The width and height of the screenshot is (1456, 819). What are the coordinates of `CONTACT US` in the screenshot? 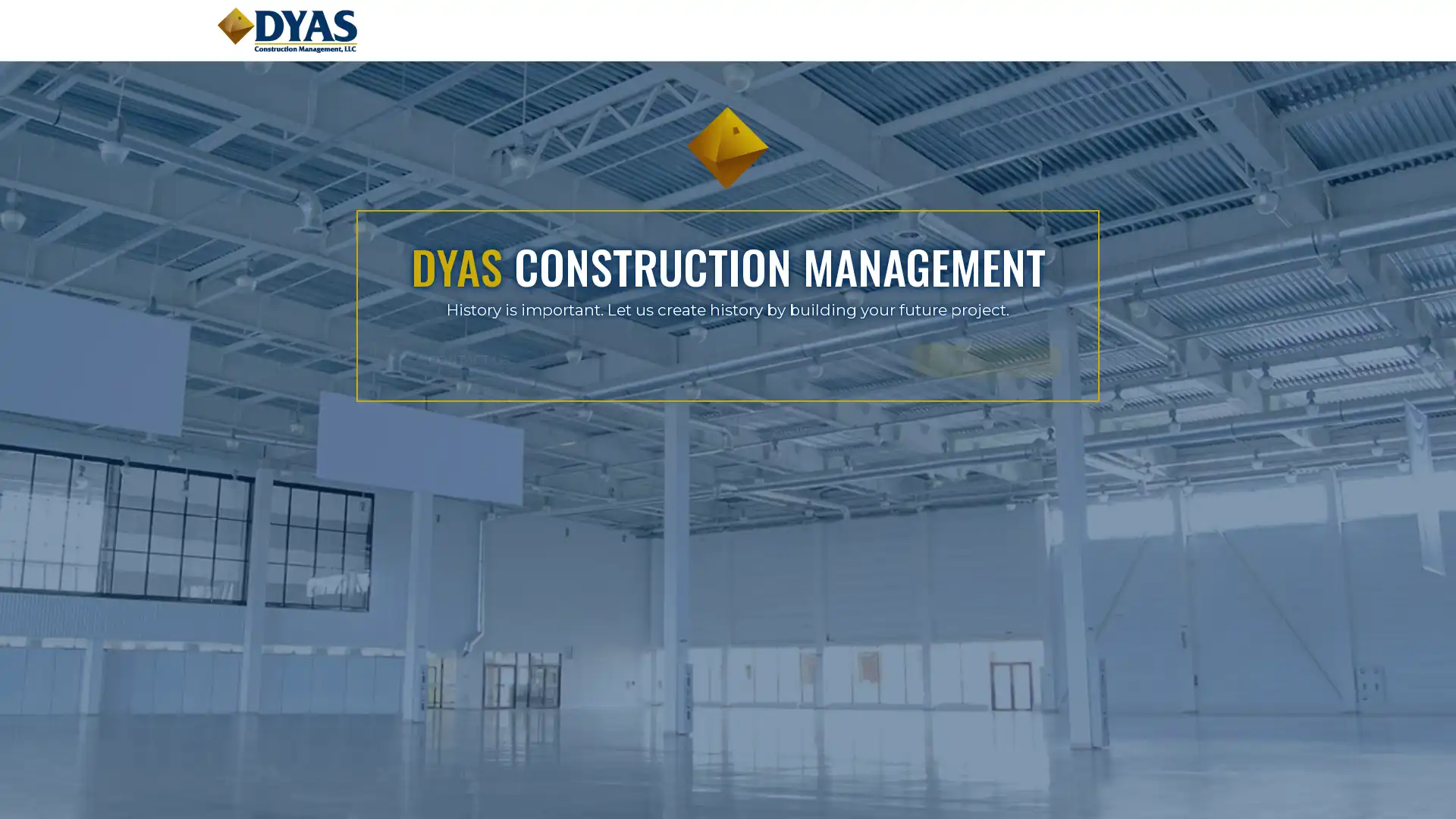 It's located at (637, 359).